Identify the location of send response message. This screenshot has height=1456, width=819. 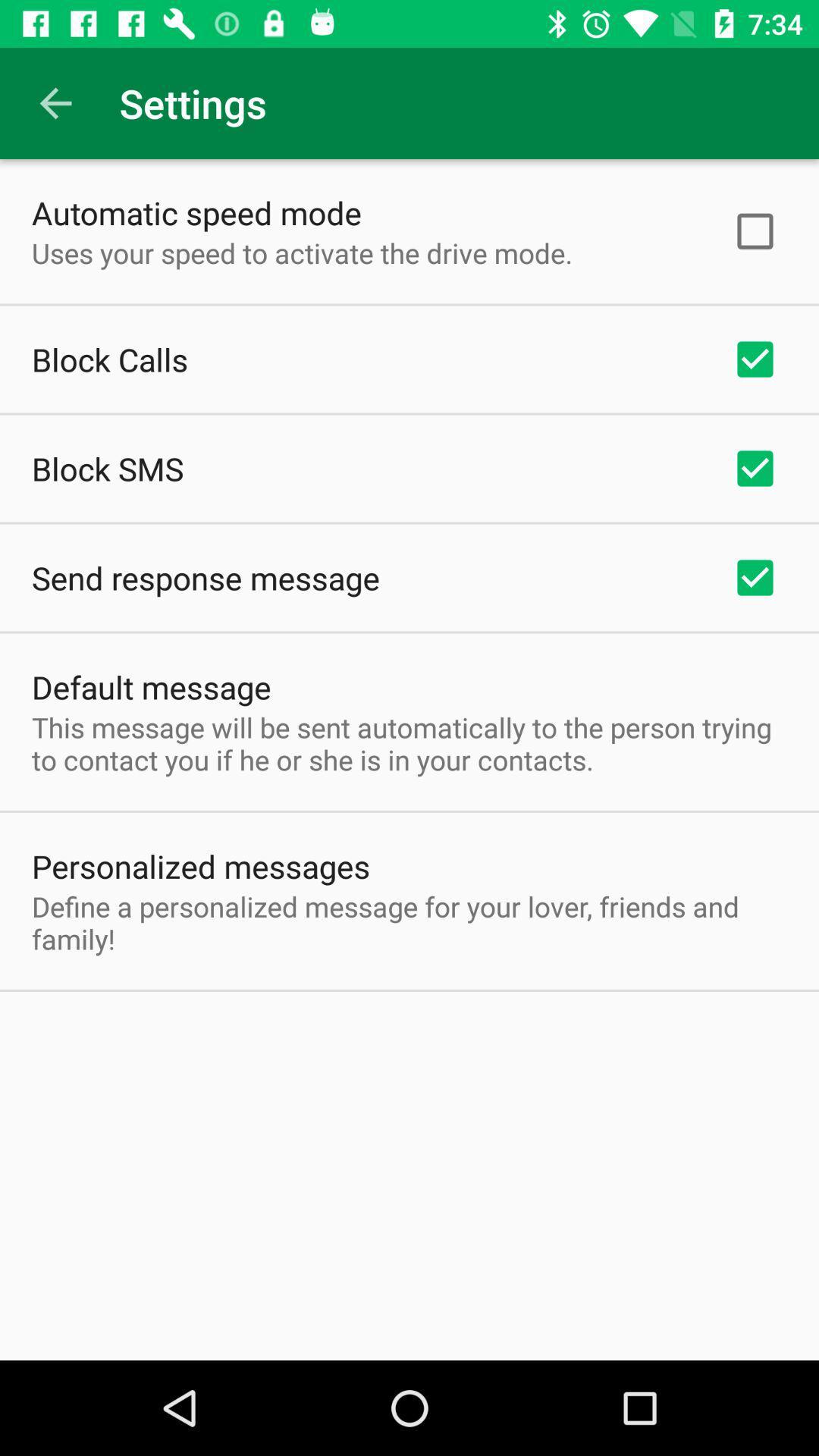
(206, 577).